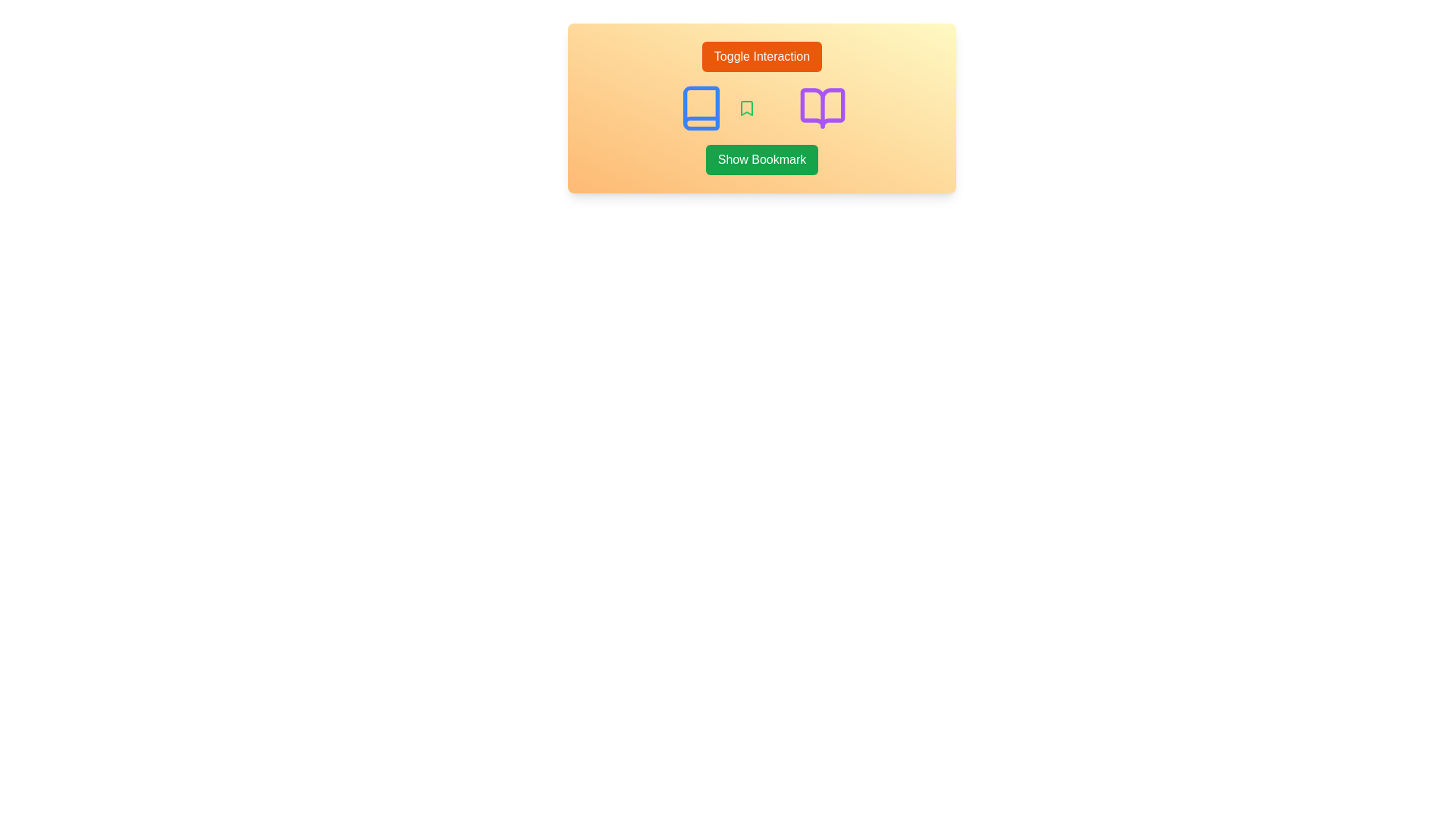 Image resolution: width=1456 pixels, height=819 pixels. Describe the element at coordinates (761, 160) in the screenshot. I see `the green rectangular button labeled 'Show Bookmark' to observe the hover effect that changes its color to a lighter shade of green` at that location.